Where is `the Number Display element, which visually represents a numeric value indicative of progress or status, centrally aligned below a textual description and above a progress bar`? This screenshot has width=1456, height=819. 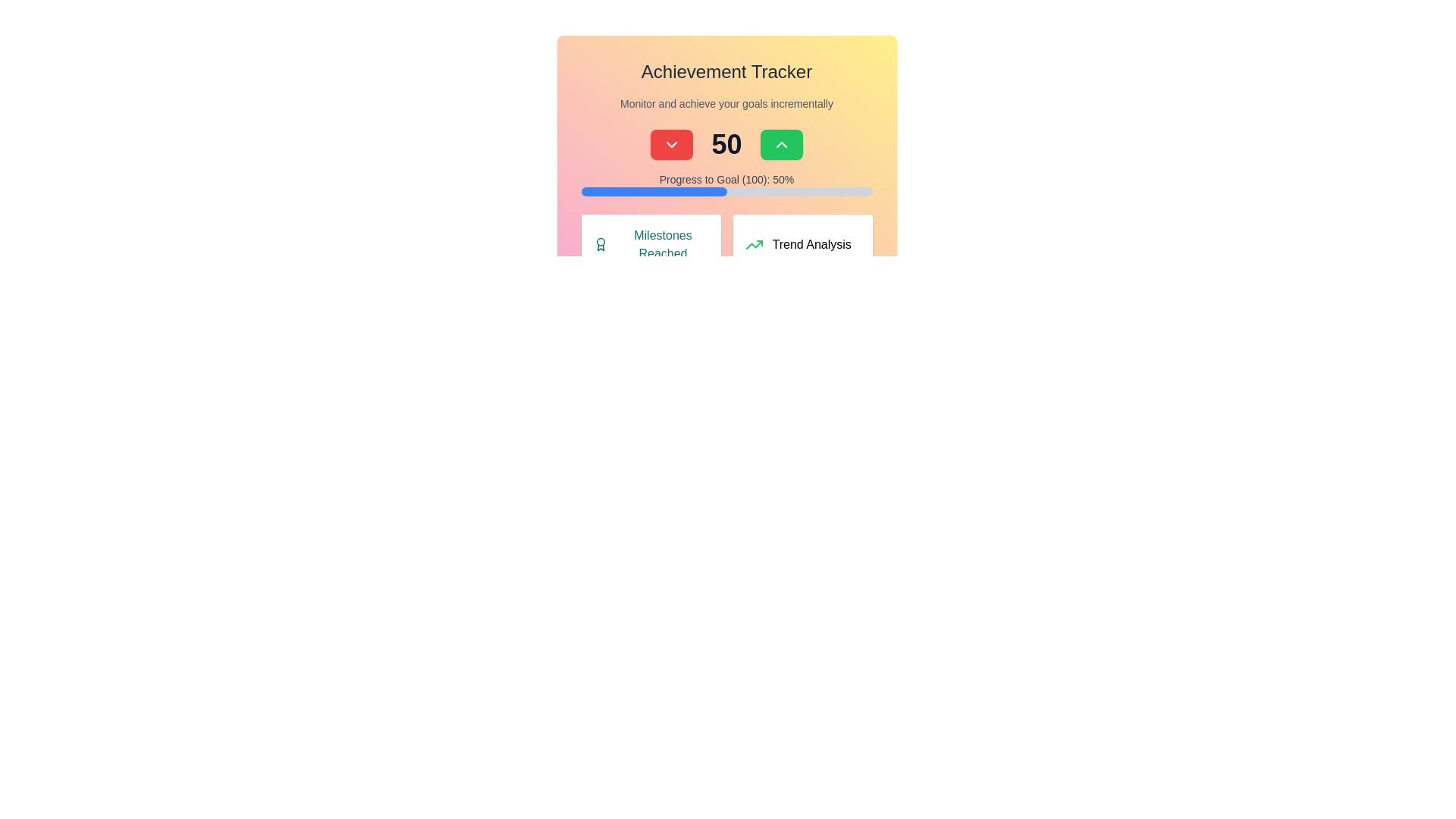
the Number Display element, which visually represents a numeric value indicative of progress or status, centrally aligned below a textual description and above a progress bar is located at coordinates (726, 145).